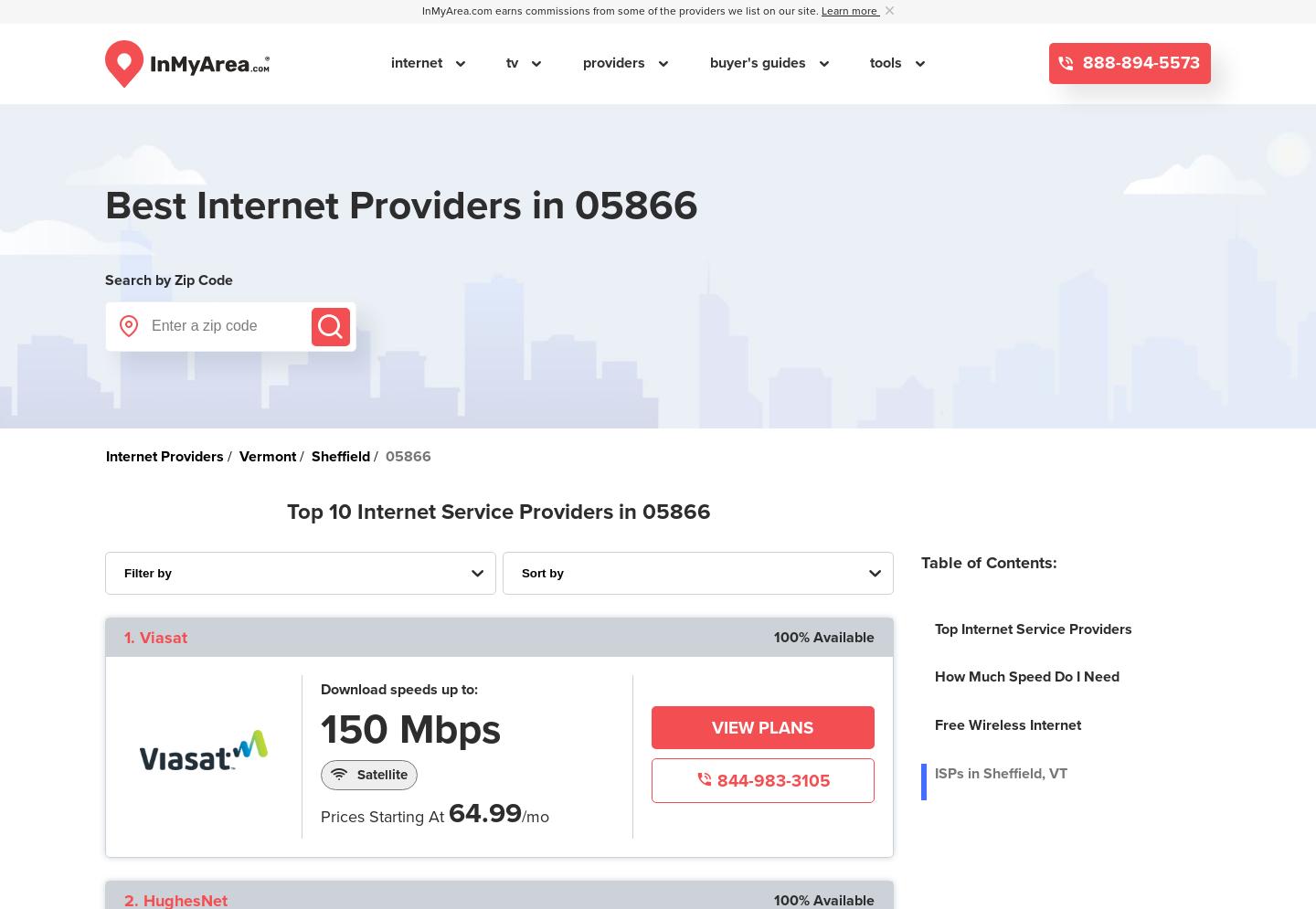  I want to click on 'Sheffield', so click(339, 455).